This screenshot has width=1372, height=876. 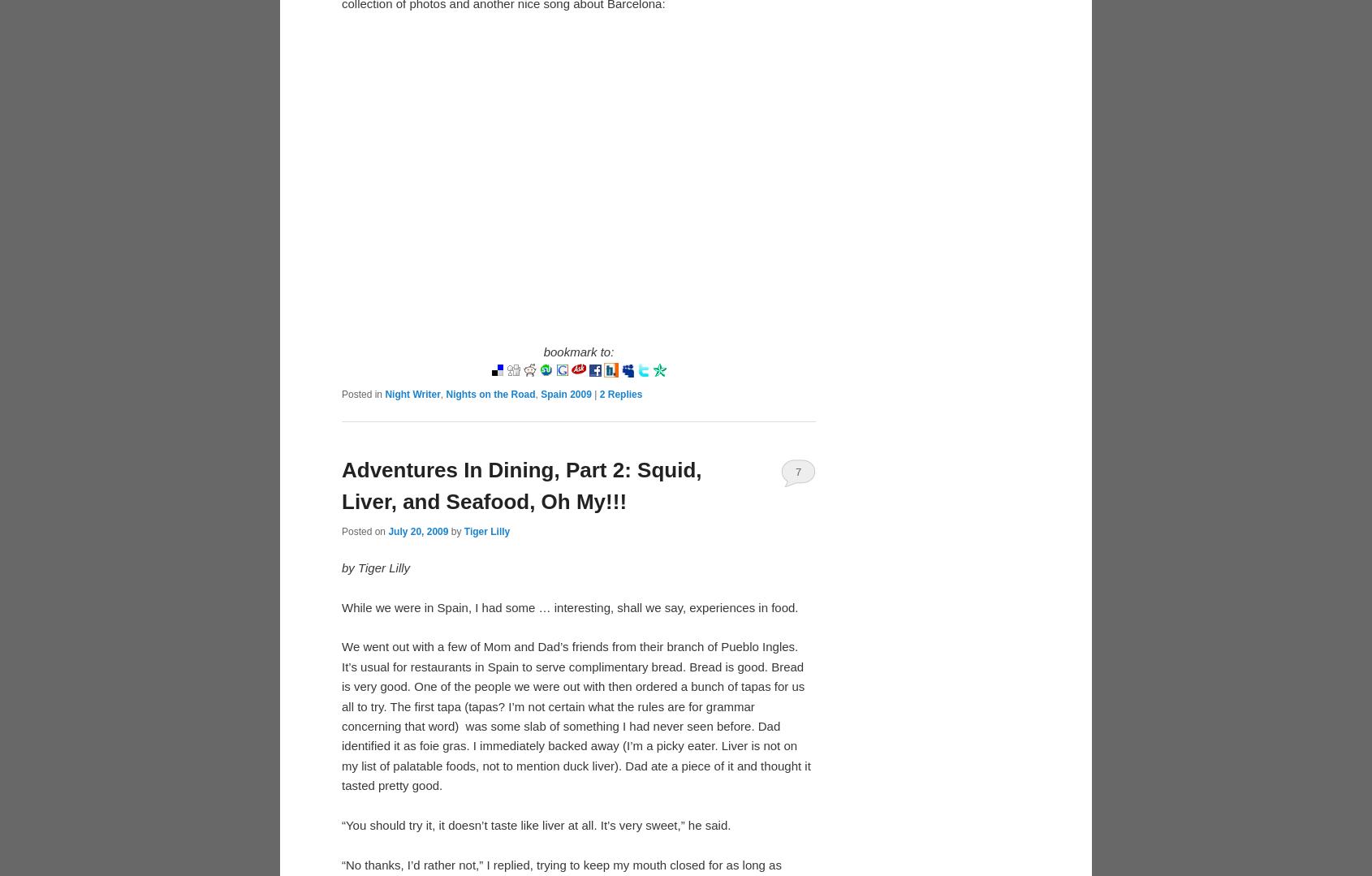 What do you see at coordinates (595, 393) in the screenshot?
I see `'|'` at bounding box center [595, 393].